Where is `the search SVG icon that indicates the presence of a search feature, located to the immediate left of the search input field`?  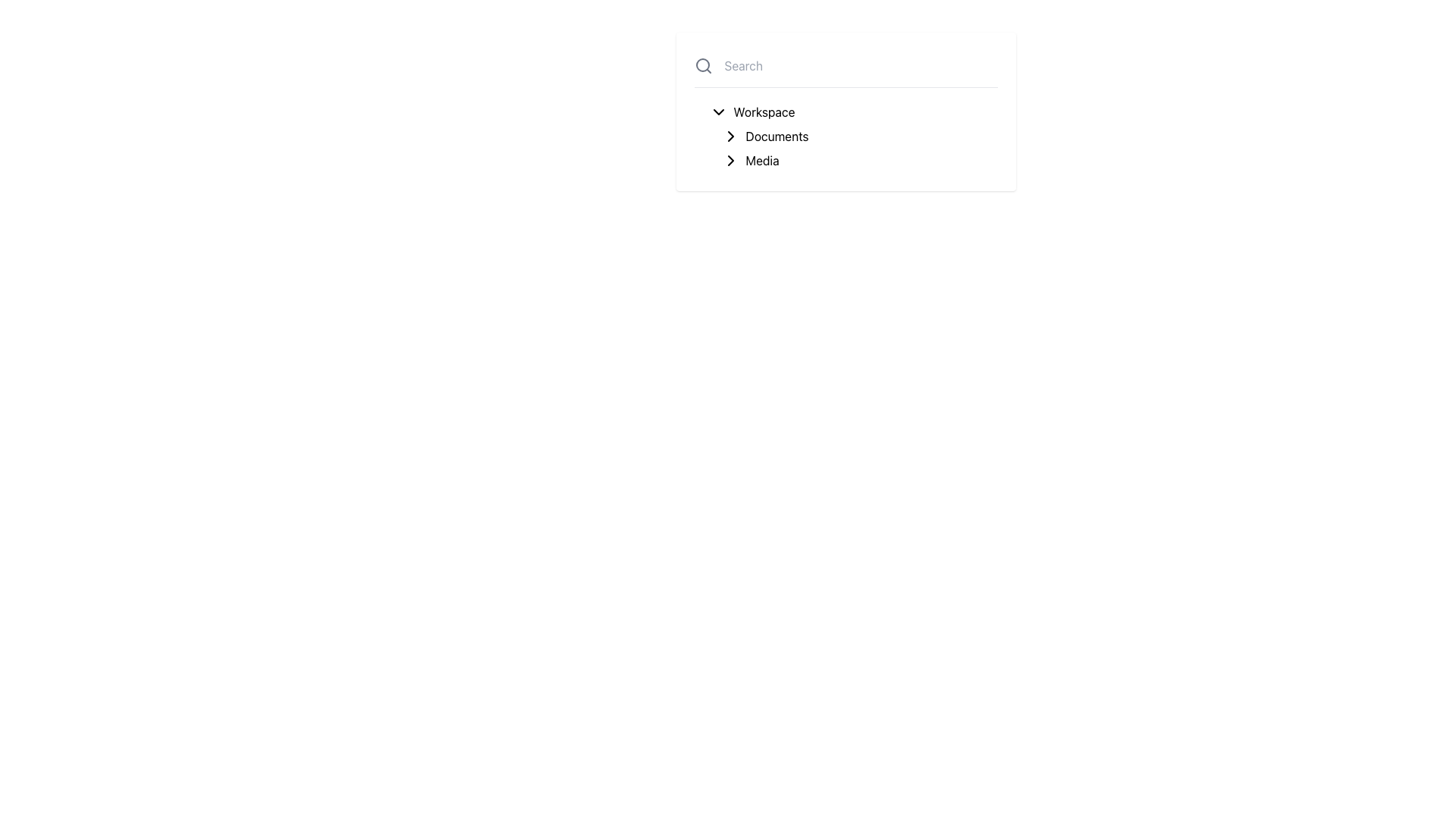 the search SVG icon that indicates the presence of a search feature, located to the immediate left of the search input field is located at coordinates (702, 65).